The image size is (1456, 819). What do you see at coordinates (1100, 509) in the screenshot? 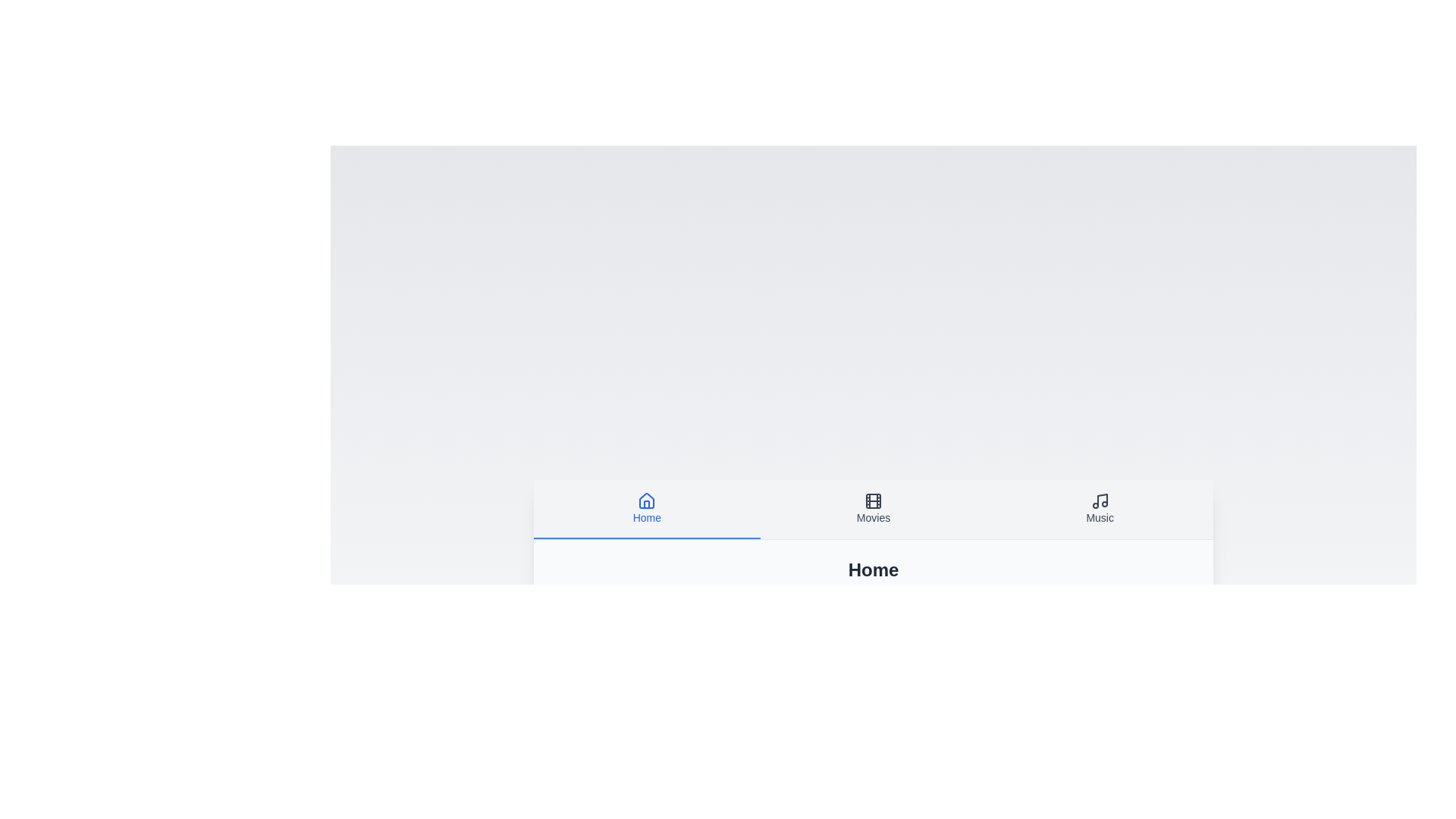
I see `the Music tab to activate it` at bounding box center [1100, 509].